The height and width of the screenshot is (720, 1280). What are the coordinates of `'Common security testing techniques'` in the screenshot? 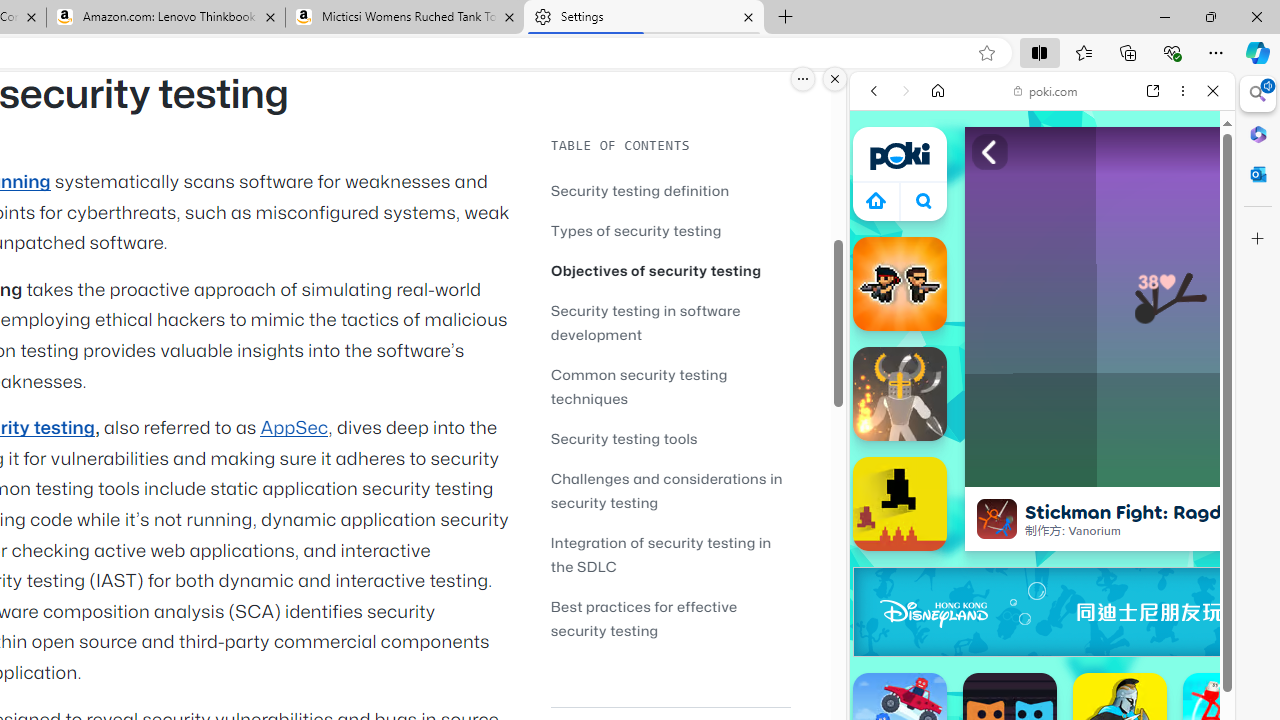 It's located at (638, 386).